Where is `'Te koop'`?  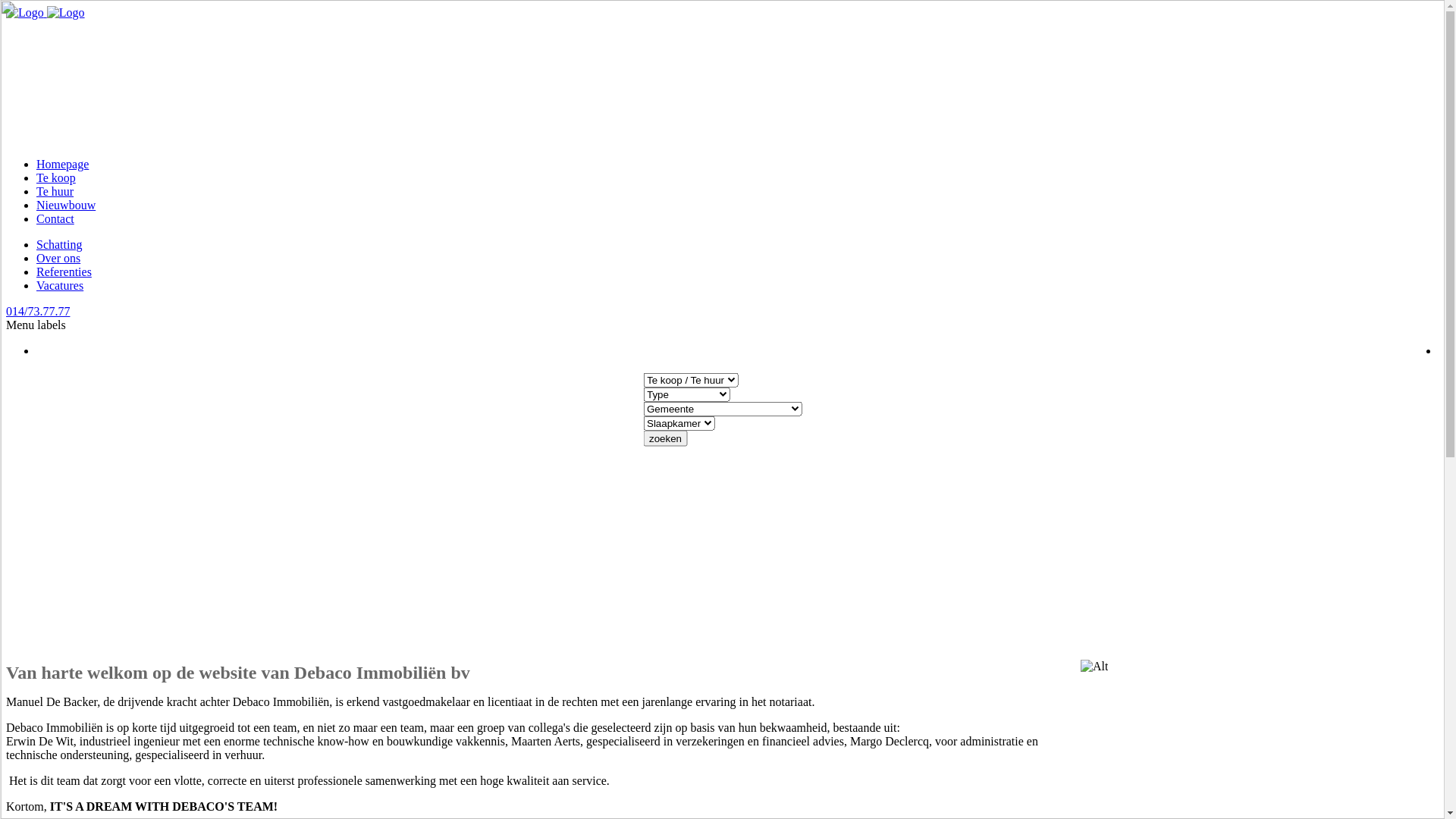 'Te koop' is located at coordinates (55, 177).